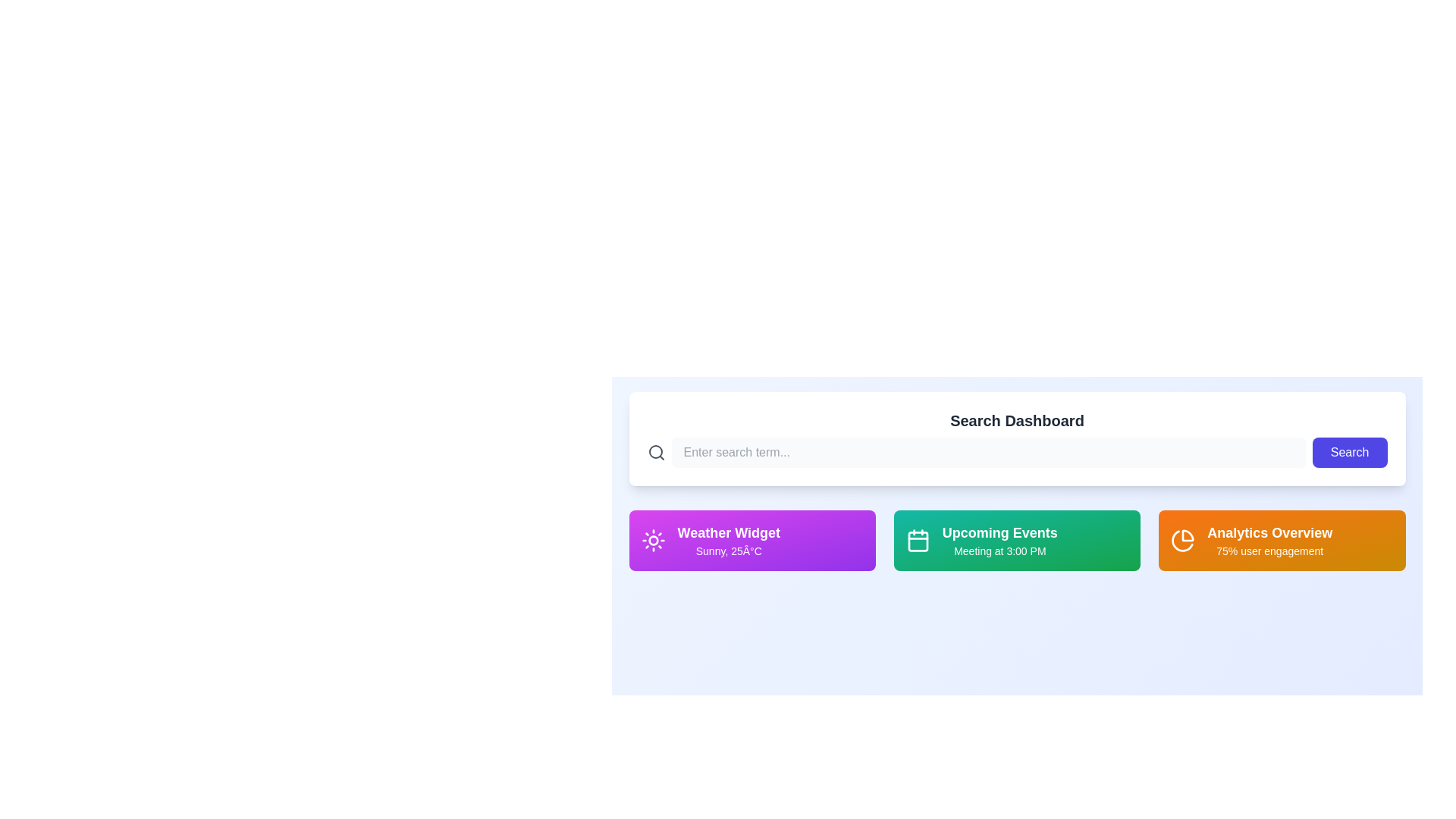  Describe the element at coordinates (1182, 540) in the screenshot. I see `the pie chart icon within the orange background of the 'Analytics Overview' section as a visual cue representing analytics` at that location.